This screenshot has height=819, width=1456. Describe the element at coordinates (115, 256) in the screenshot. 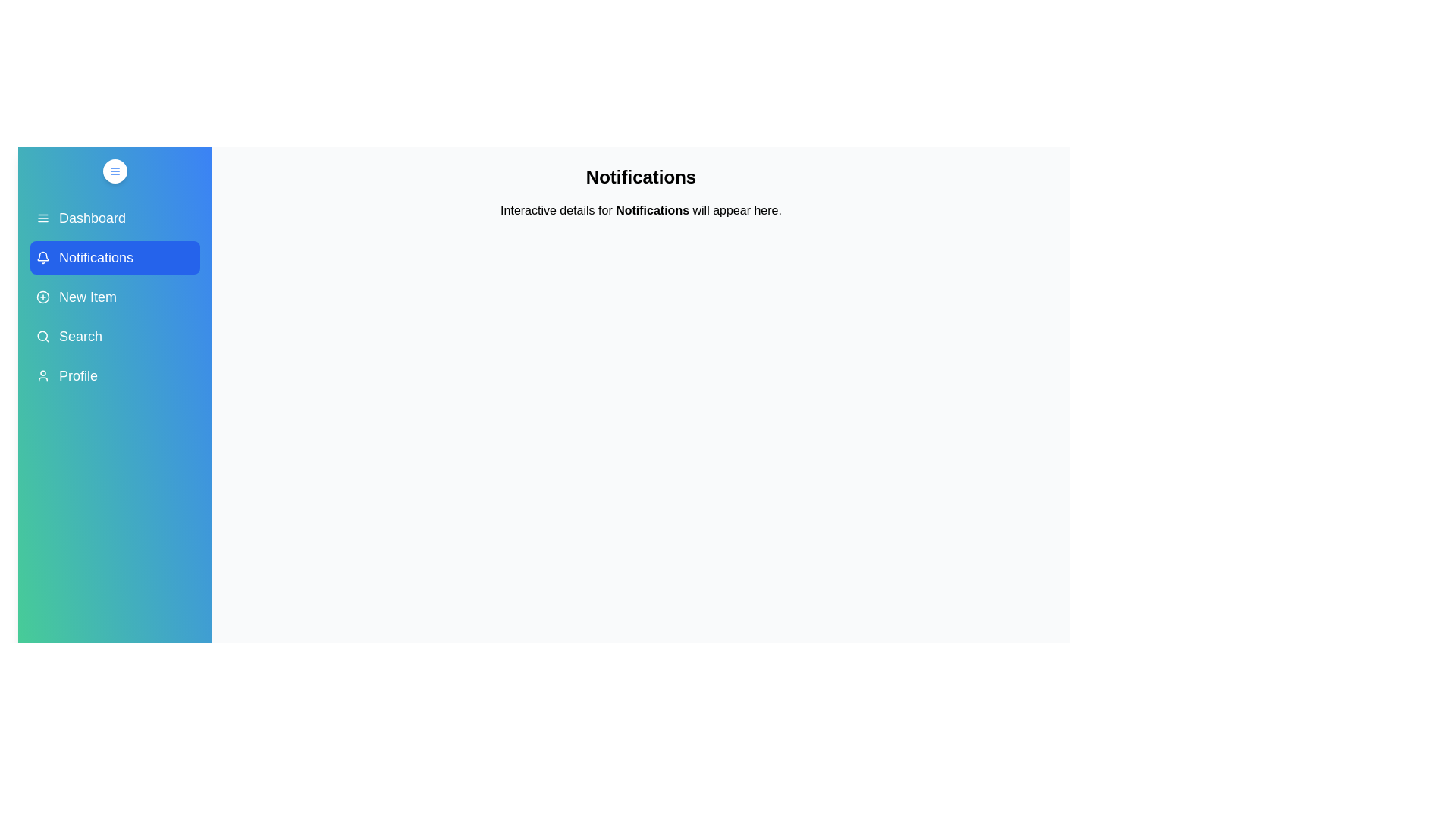

I see `the menu item Notifications to view its hover effect` at that location.